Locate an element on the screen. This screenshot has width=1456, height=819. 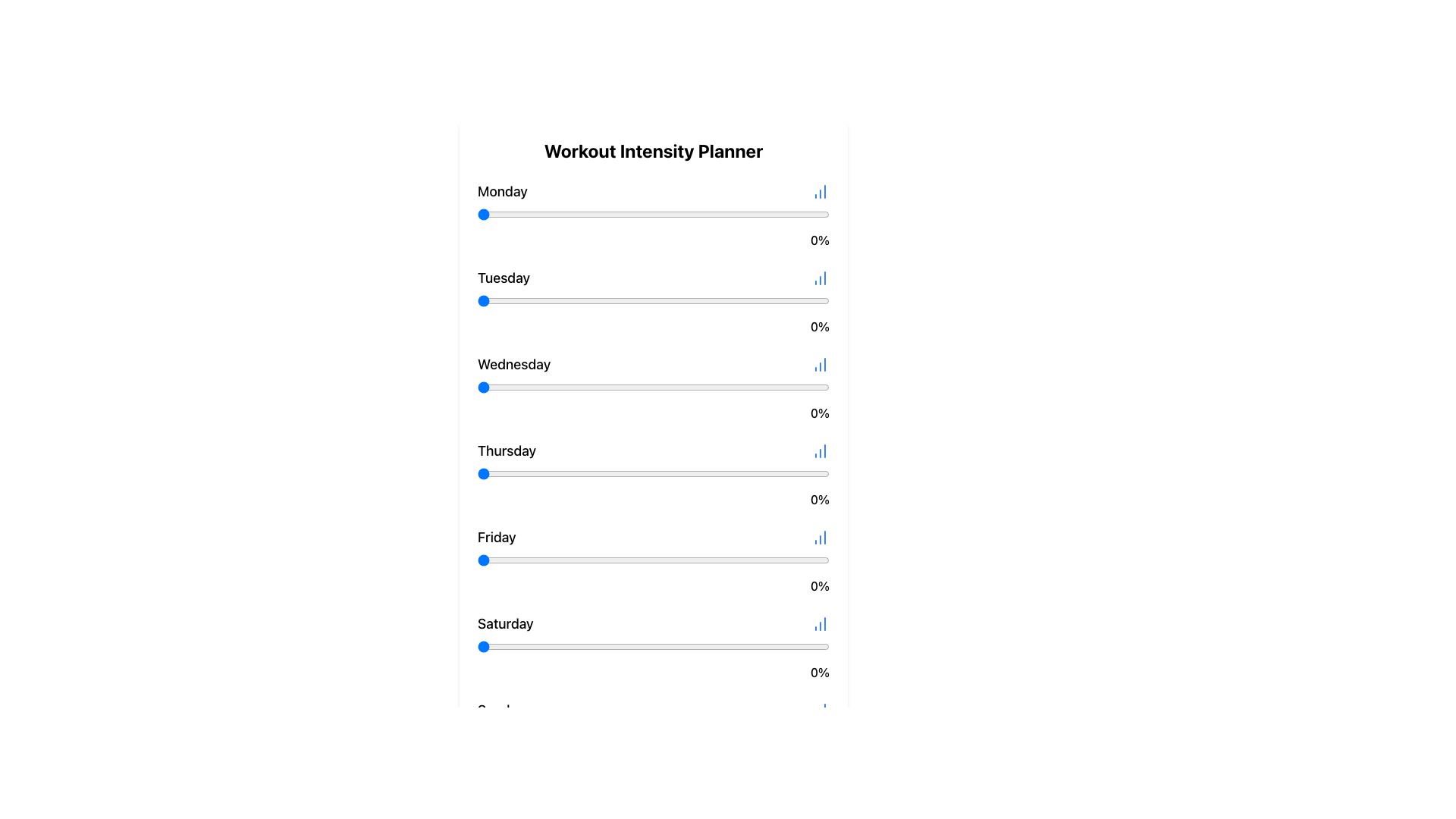
the blue bar chart icon adjacent to the text 'Wednesday' for additional data is located at coordinates (654, 365).